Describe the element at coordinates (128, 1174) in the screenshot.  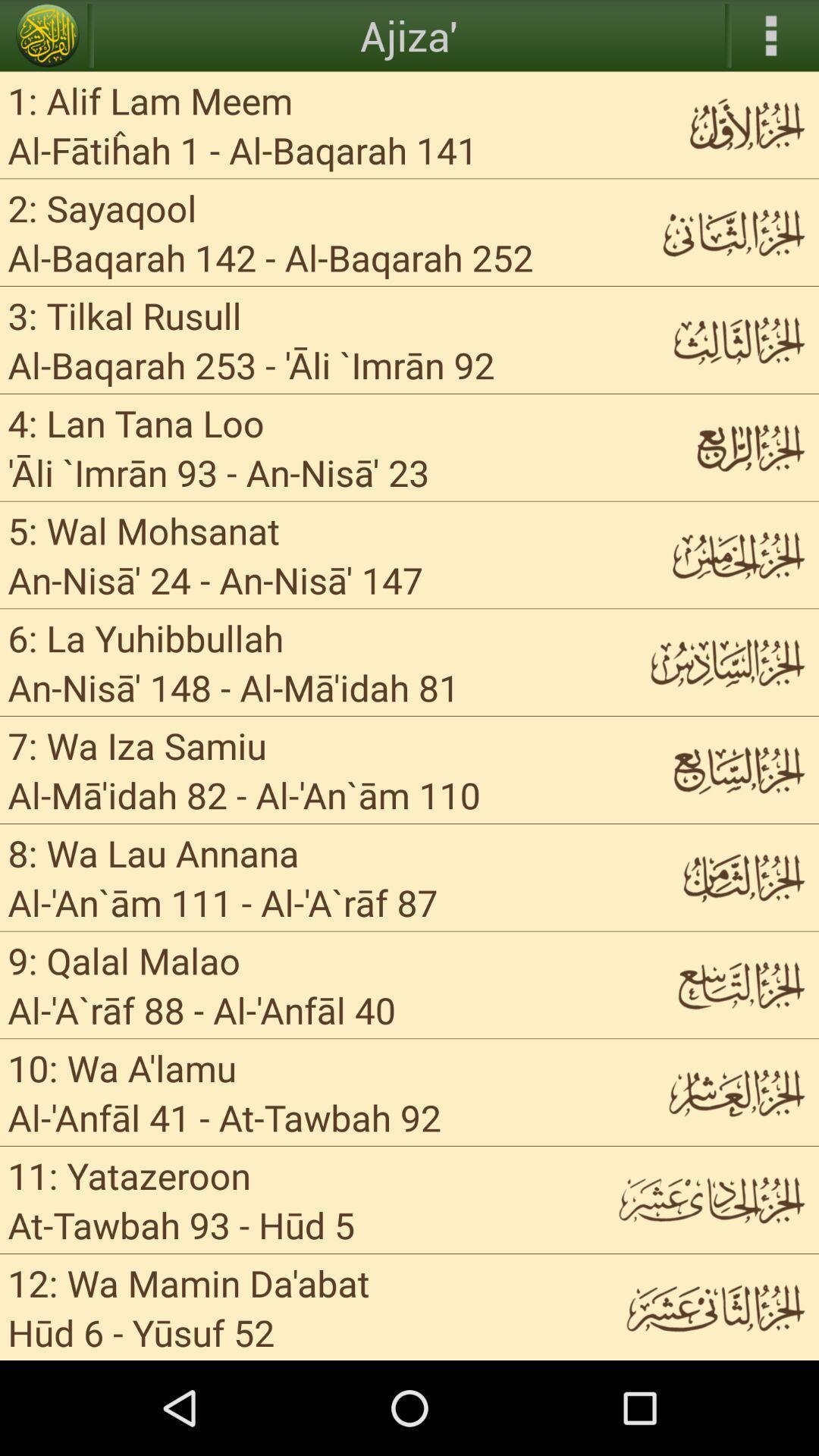
I see `the app above the at tawbah 93 app` at that location.